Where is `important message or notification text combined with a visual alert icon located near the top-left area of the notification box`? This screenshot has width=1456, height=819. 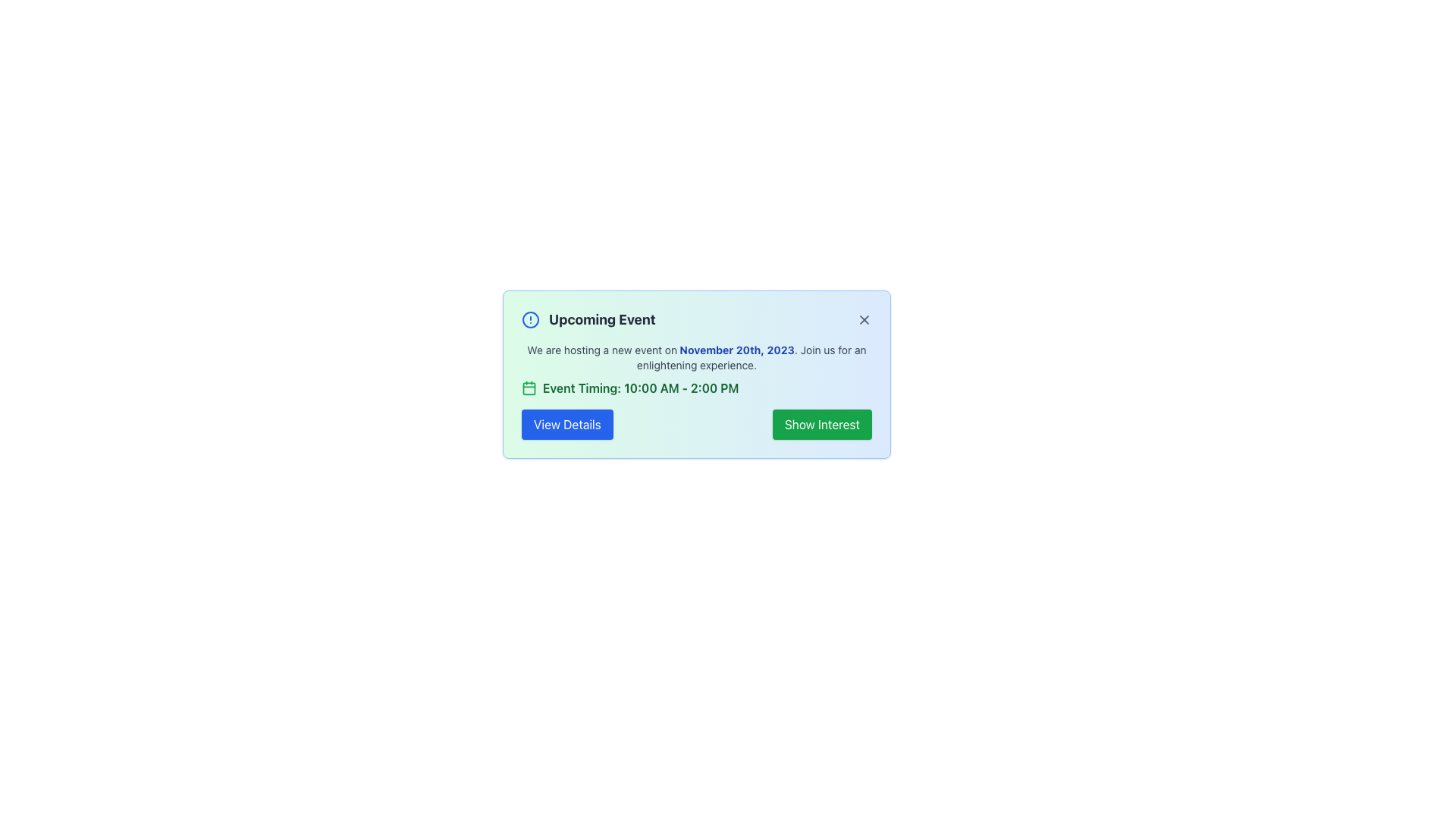
important message or notification text combined with a visual alert icon located near the top-left area of the notification box is located at coordinates (588, 318).